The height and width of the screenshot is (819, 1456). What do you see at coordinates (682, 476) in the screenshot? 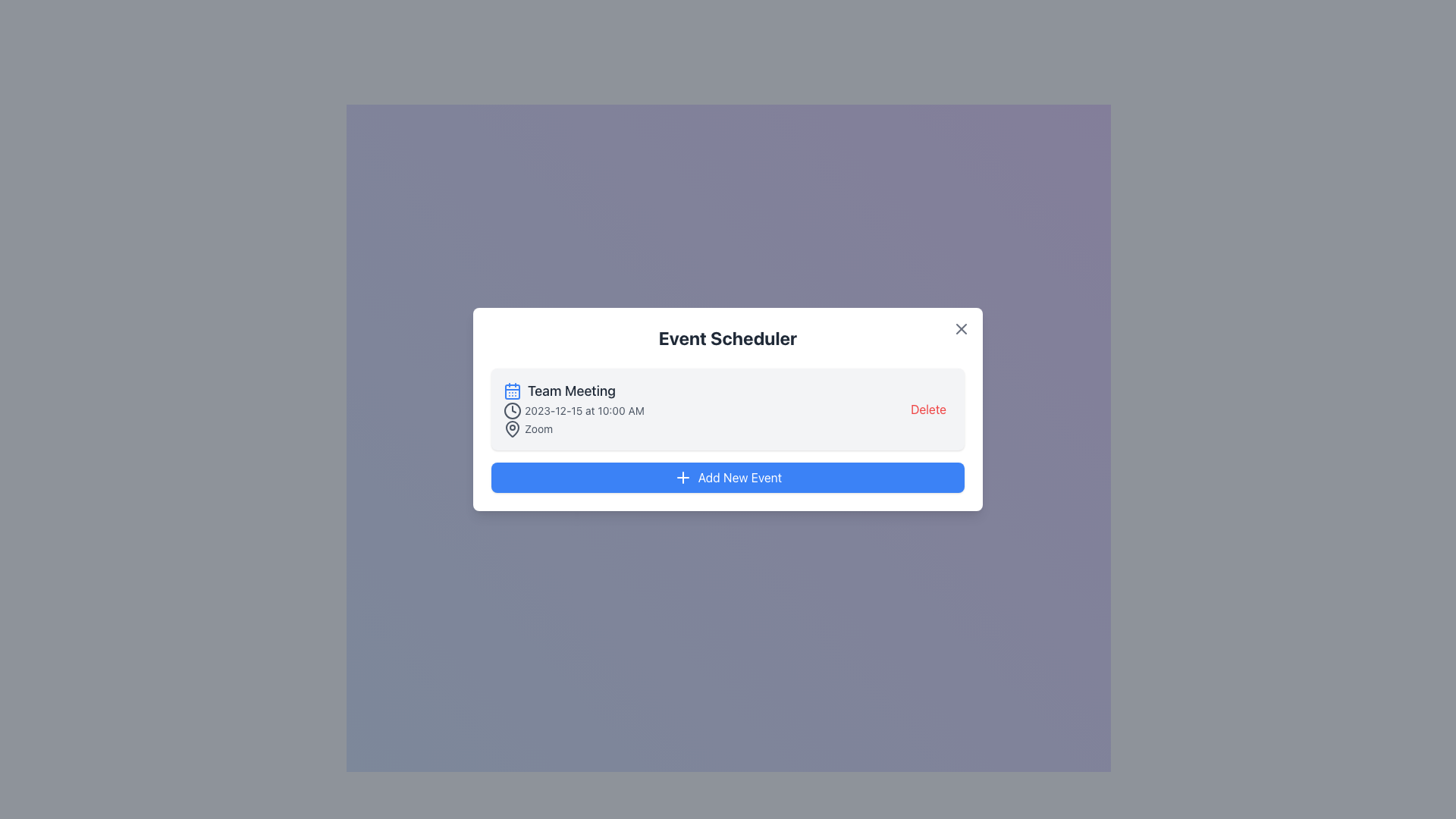
I see `the small circular icon with a blue background and white plus symbol, located within the 'Add New Event' button at the bottom of the modal window` at bounding box center [682, 476].